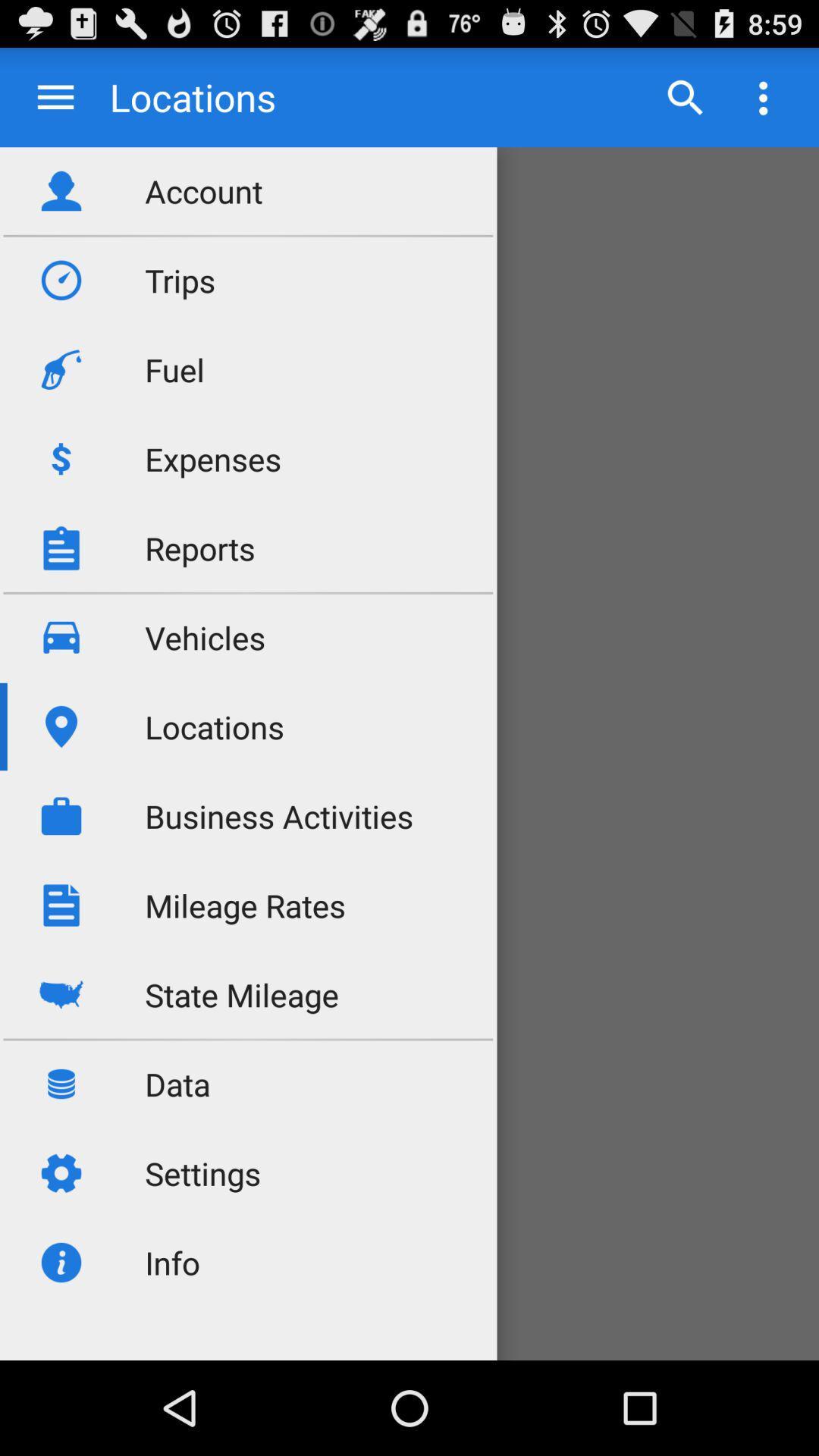 This screenshot has width=819, height=1456. Describe the element at coordinates (55, 103) in the screenshot. I see `the menu icon` at that location.